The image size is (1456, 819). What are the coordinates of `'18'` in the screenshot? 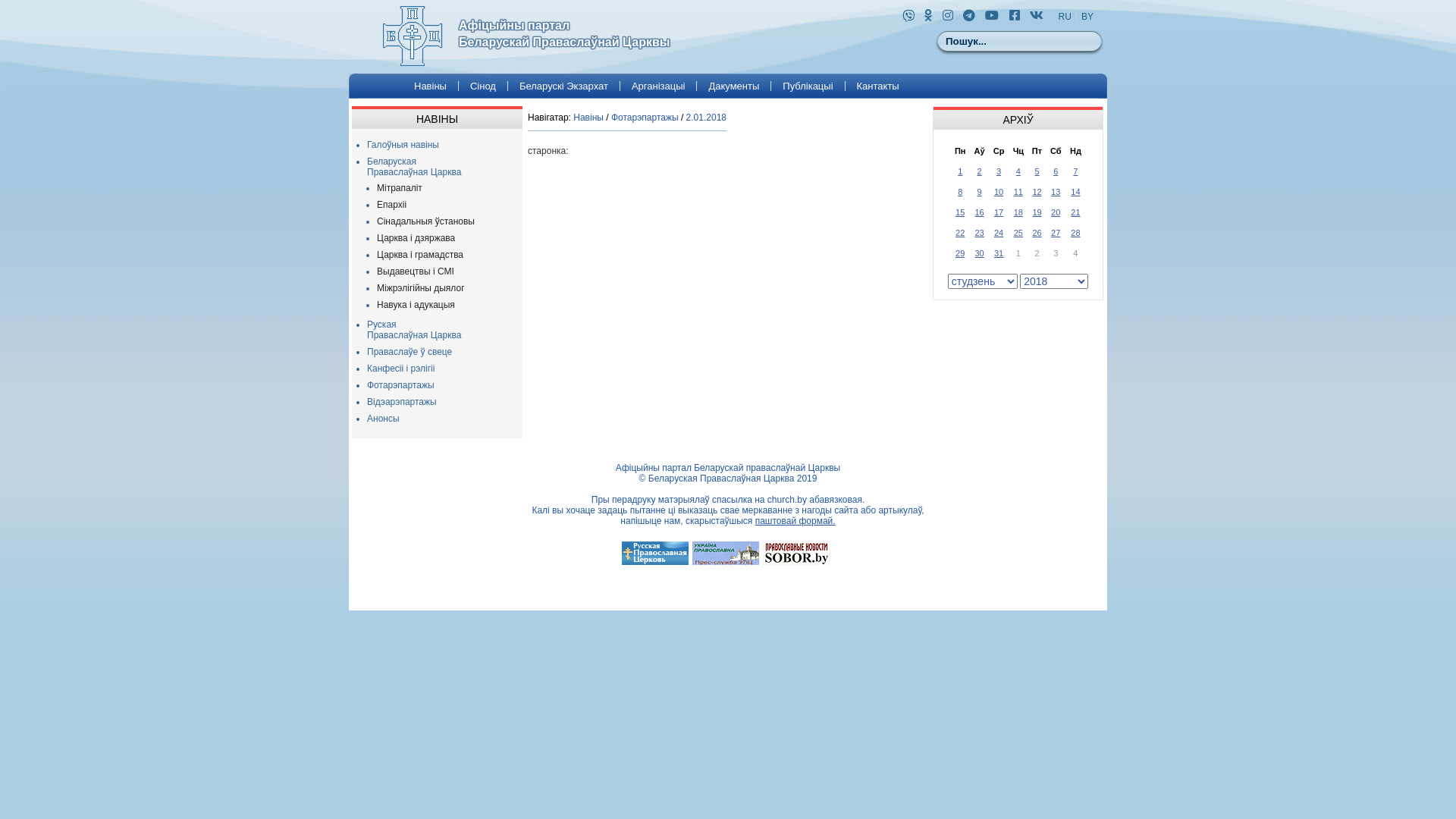 It's located at (1018, 212).